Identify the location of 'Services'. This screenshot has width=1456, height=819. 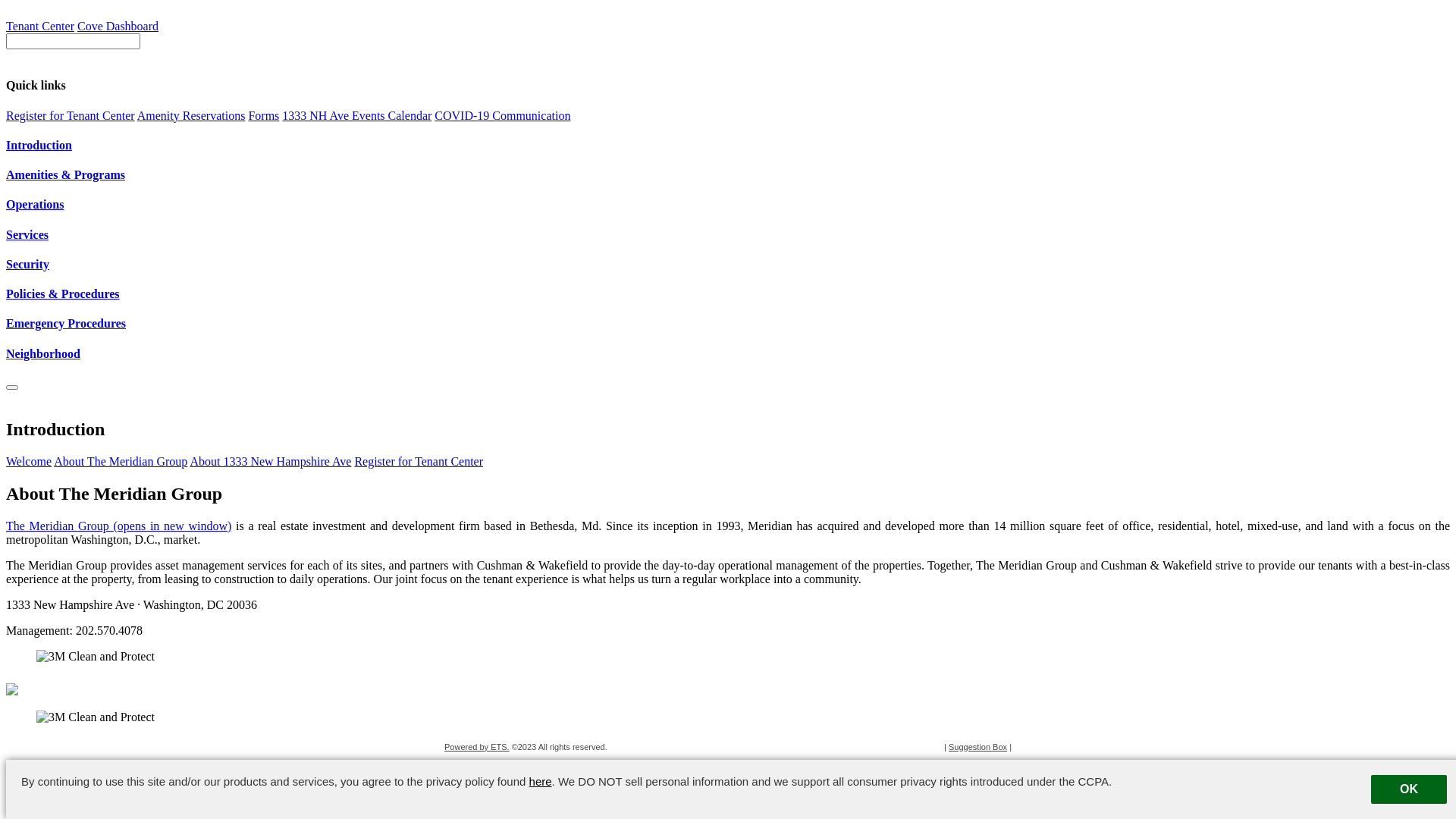
(6, 234).